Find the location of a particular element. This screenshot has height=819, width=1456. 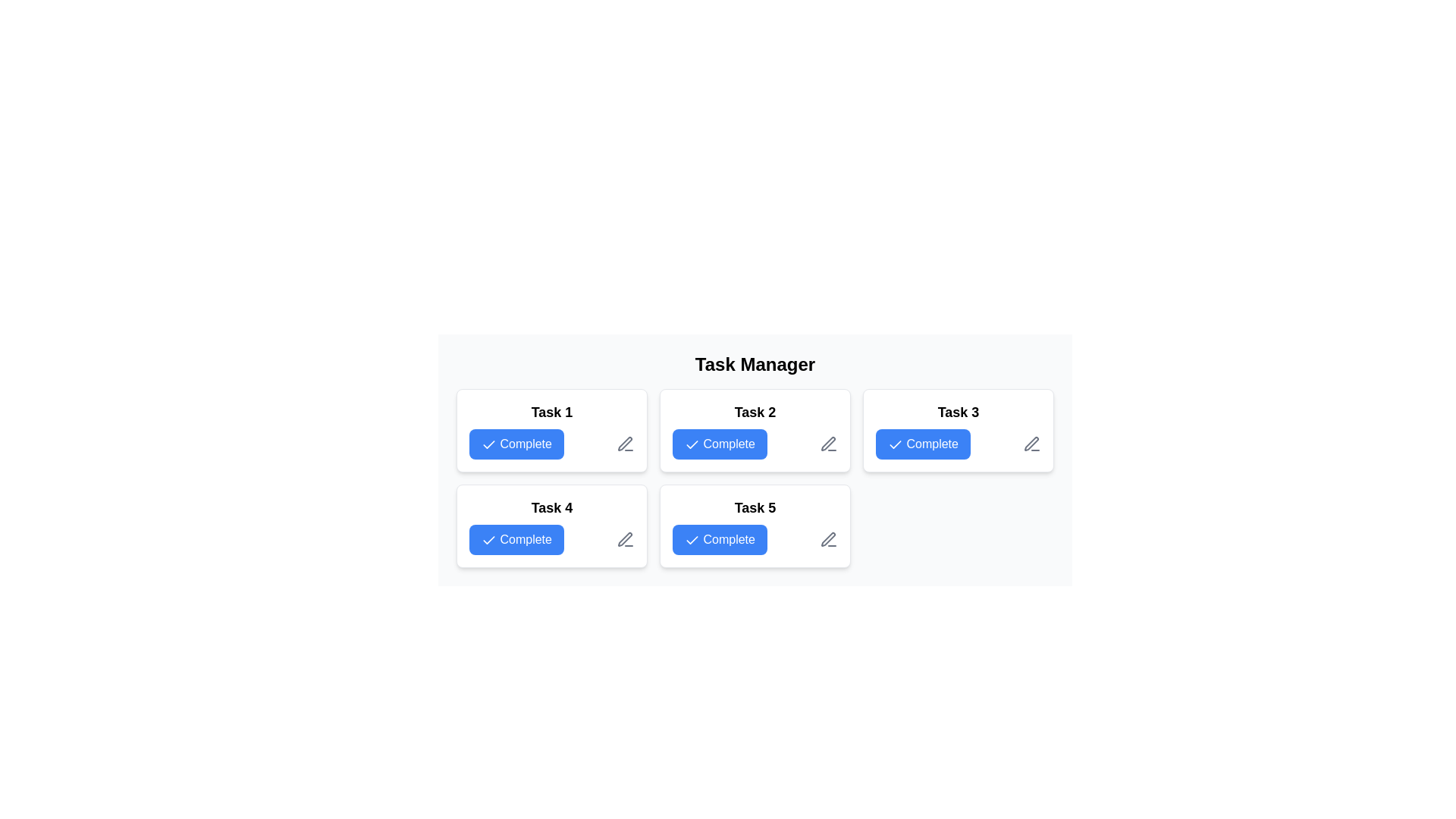

the task completion icon located within the 'Complete' button for 'Task 5' in the 'Task Manager' is located at coordinates (691, 539).